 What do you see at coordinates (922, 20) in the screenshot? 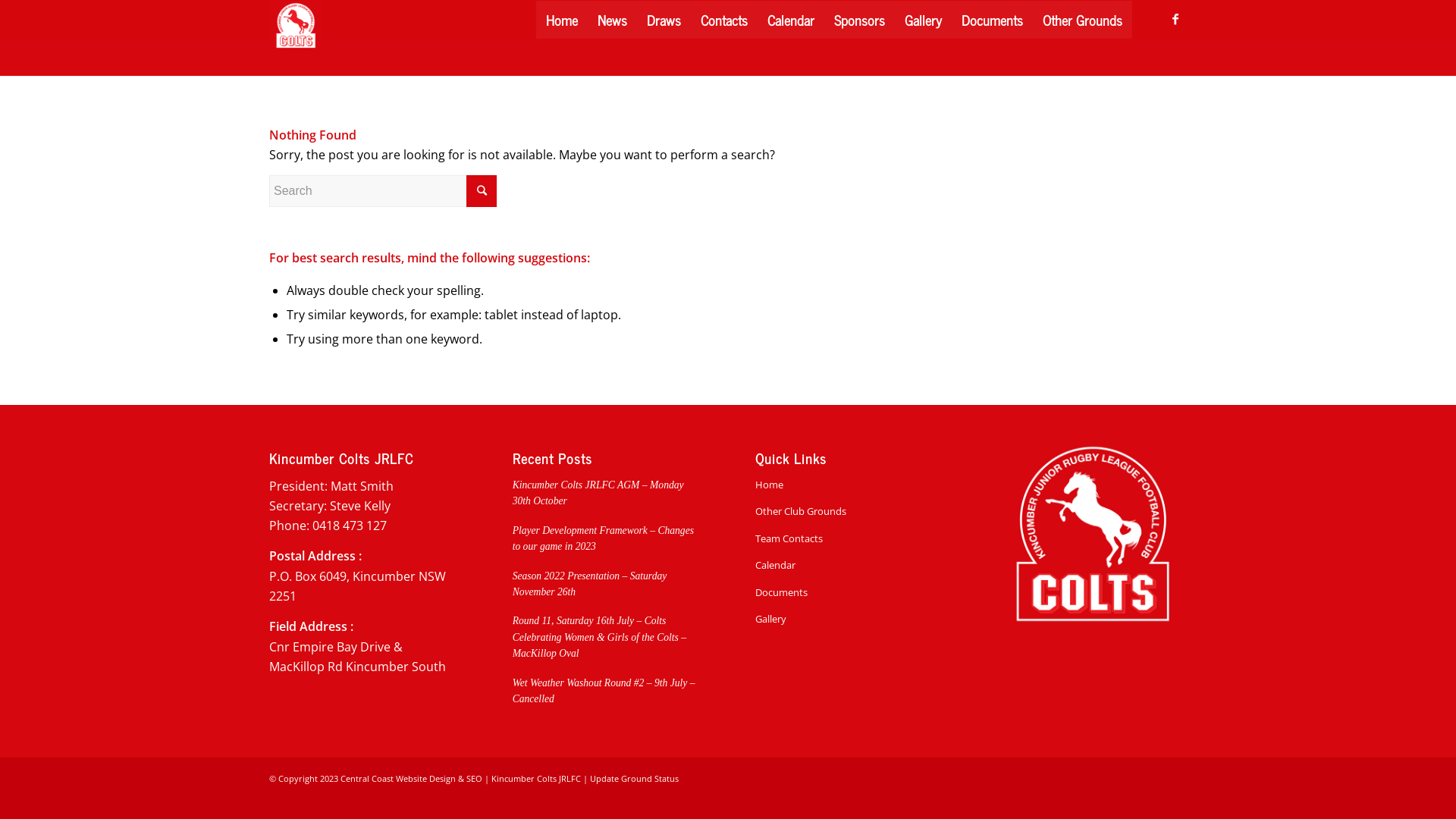
I see `'Gallery'` at bounding box center [922, 20].